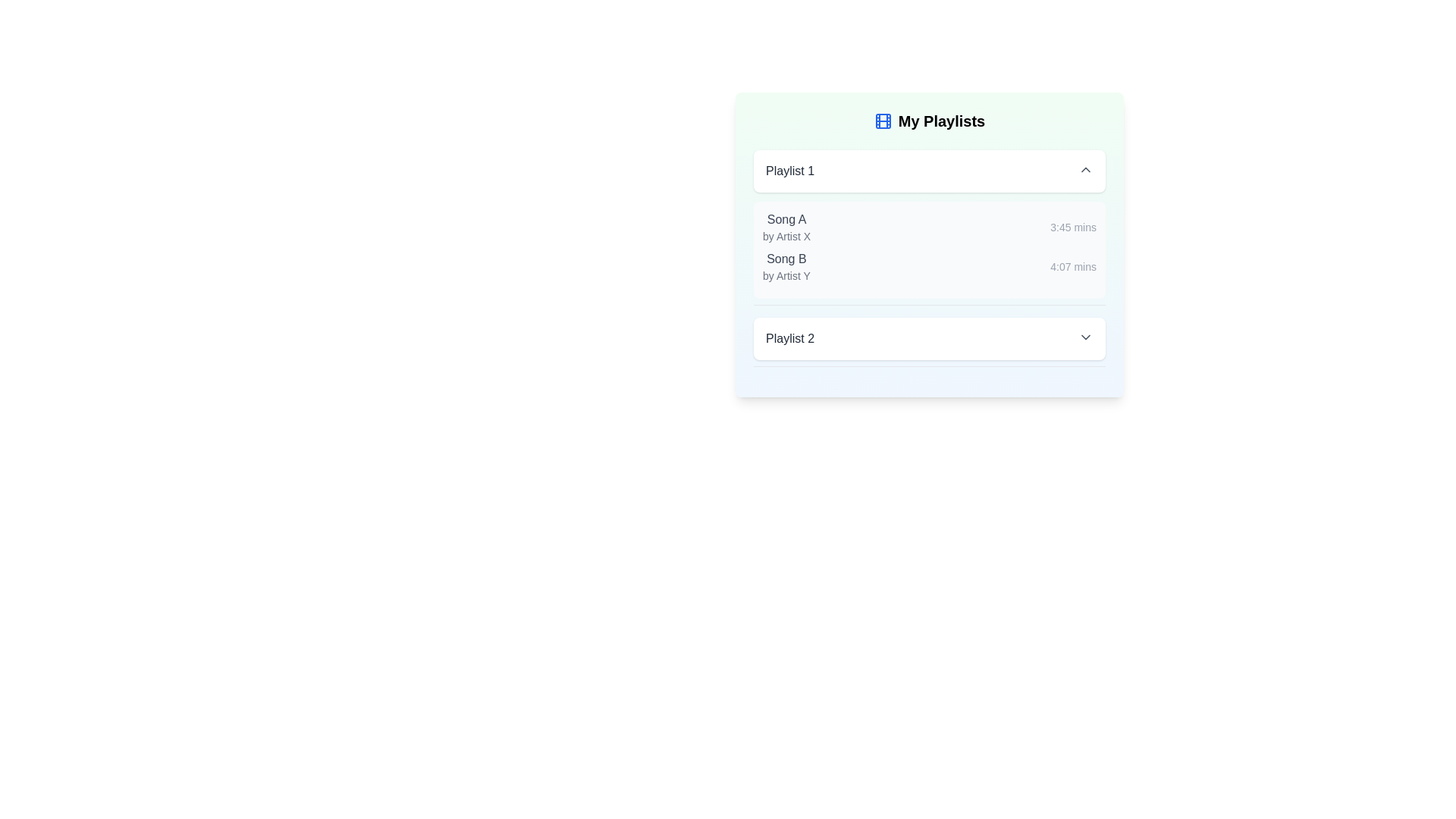  Describe the element at coordinates (786, 259) in the screenshot. I see `song title displayed as 'Song B' in bold medium gray font, positioned above 'by Artist Y' within the 'Playlist 1' grouping` at that location.